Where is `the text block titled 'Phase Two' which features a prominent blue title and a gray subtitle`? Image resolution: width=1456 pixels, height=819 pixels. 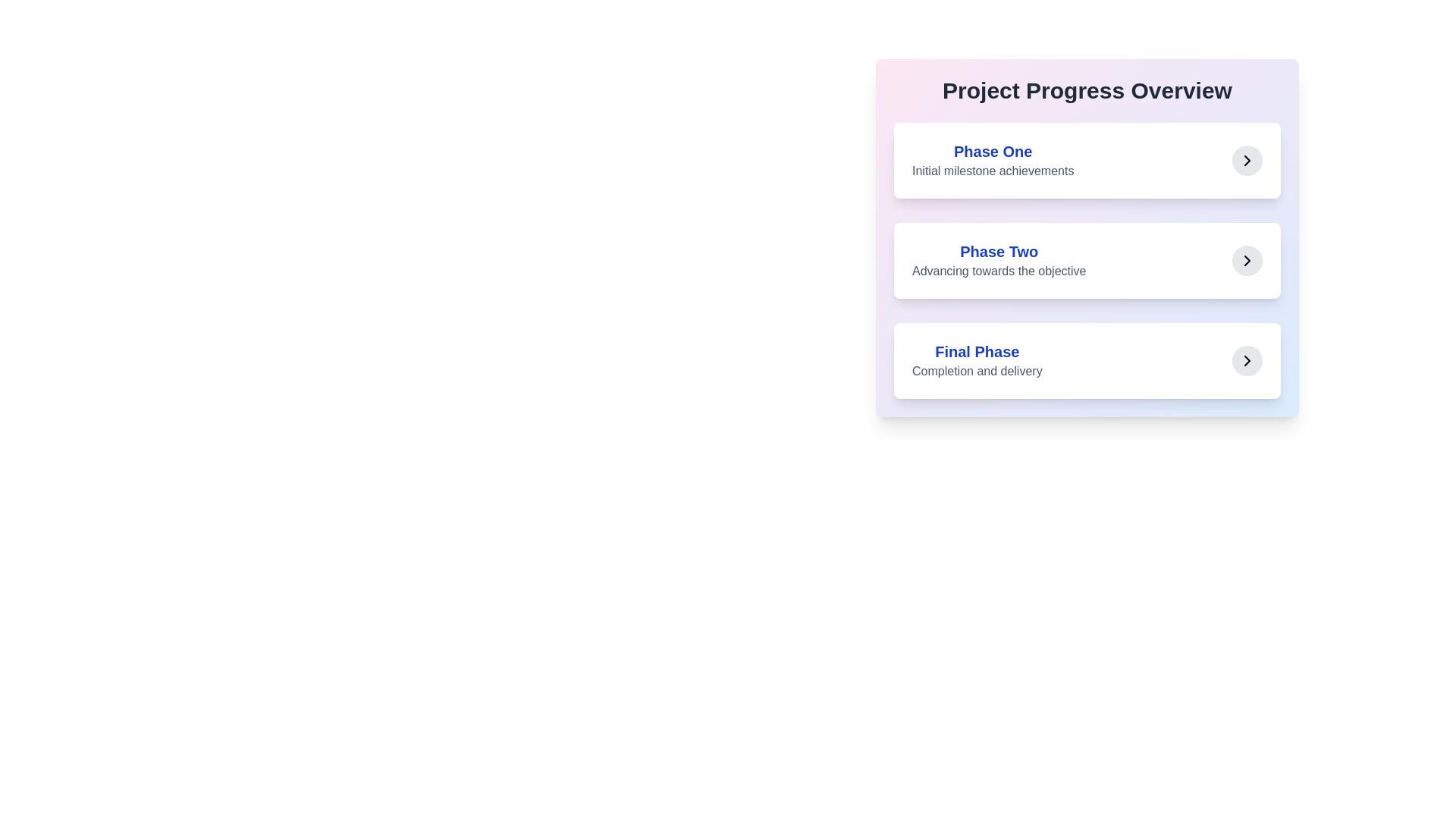 the text block titled 'Phase Two' which features a prominent blue title and a gray subtitle is located at coordinates (999, 259).